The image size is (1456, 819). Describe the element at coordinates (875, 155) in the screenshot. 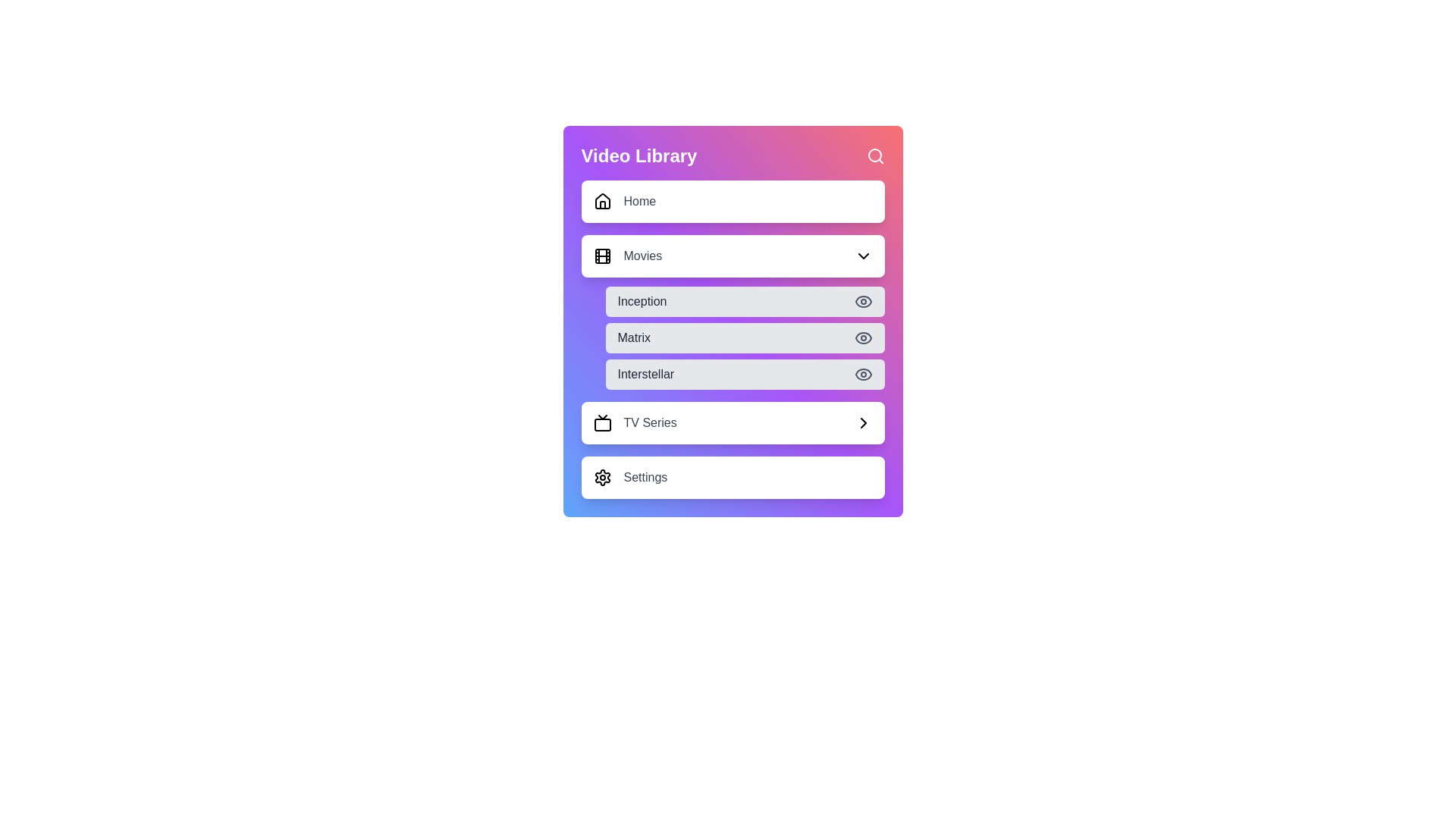

I see `the search button icon located at the top-right corner of the video library interface to trigger the hover effect` at that location.